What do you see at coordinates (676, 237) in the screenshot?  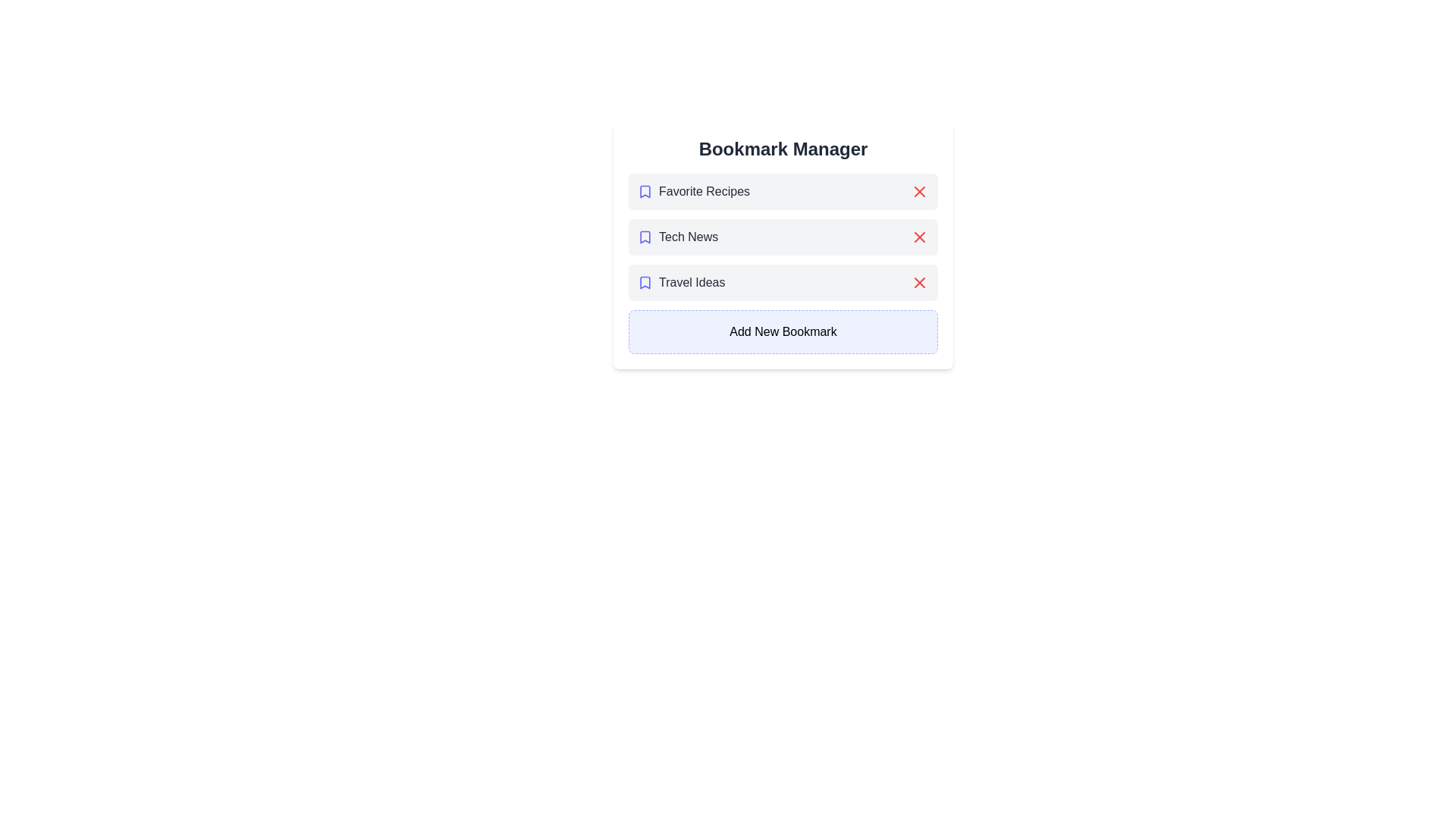 I see `the bookmark titled Tech News to navigate to its URL` at bounding box center [676, 237].